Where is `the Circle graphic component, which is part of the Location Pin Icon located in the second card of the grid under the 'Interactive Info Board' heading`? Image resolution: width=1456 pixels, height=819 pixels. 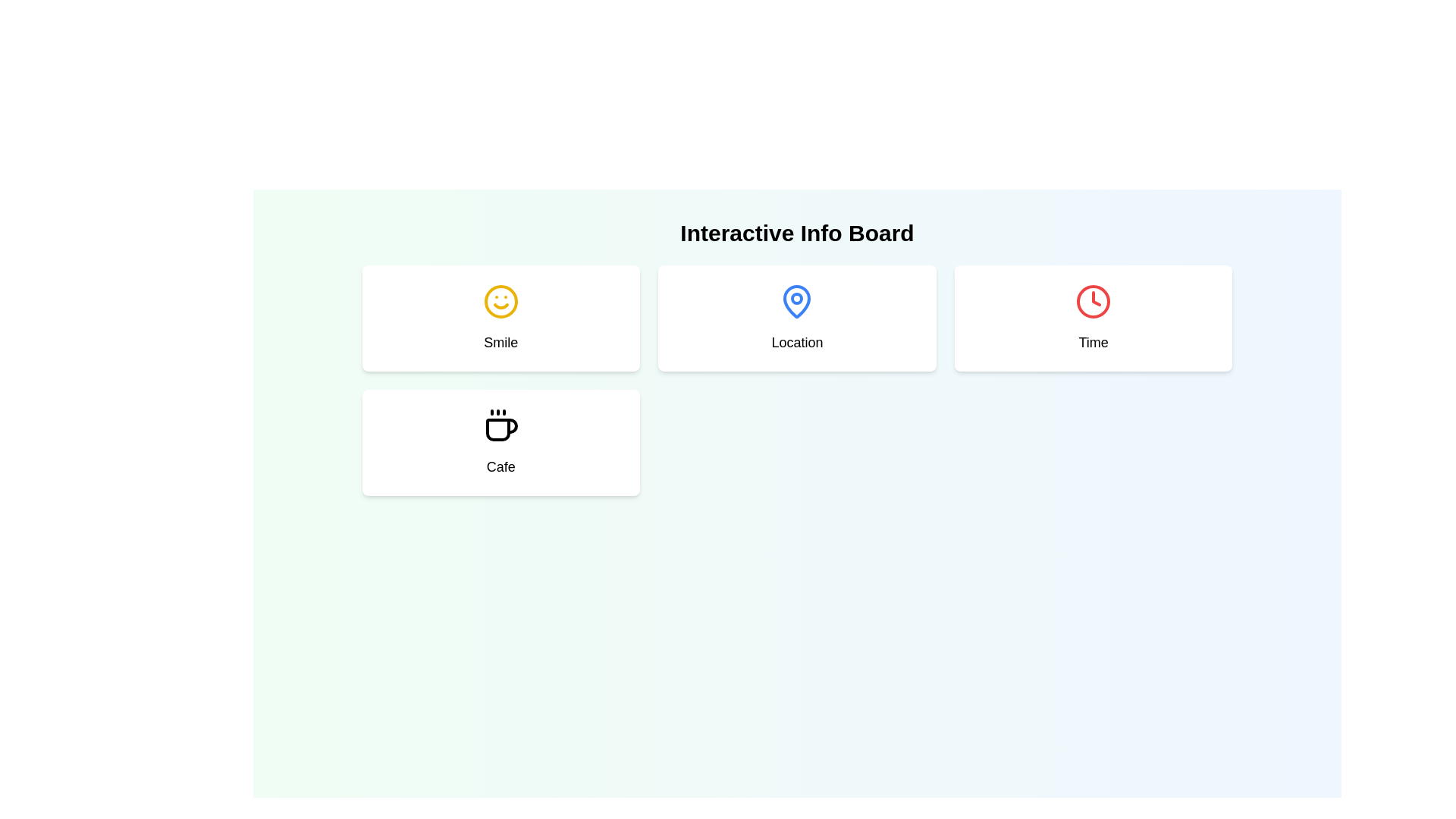 the Circle graphic component, which is part of the Location Pin Icon located in the second card of the grid under the 'Interactive Info Board' heading is located at coordinates (796, 298).